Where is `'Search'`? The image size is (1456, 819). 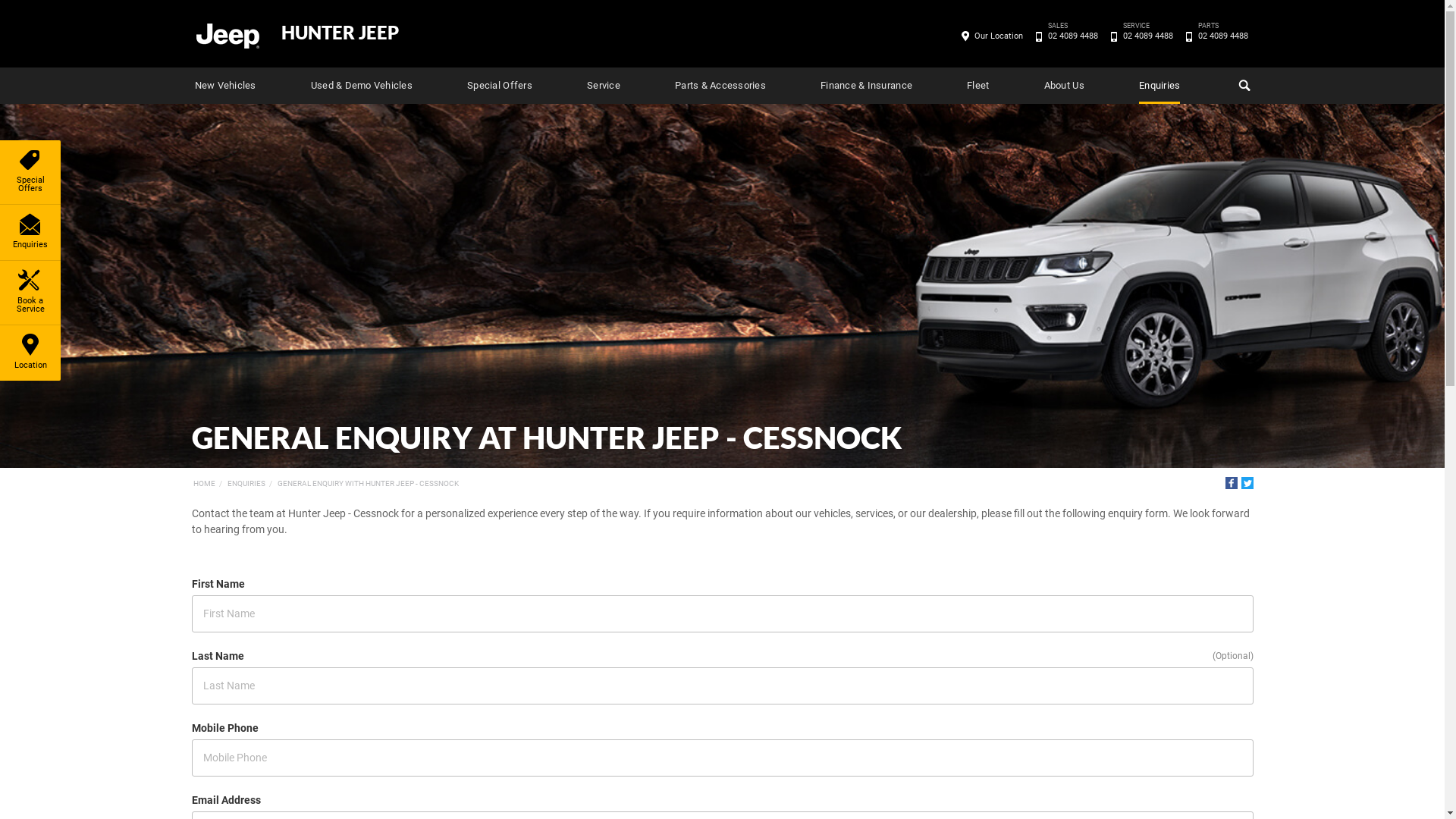 'Search' is located at coordinates (1241, 85).